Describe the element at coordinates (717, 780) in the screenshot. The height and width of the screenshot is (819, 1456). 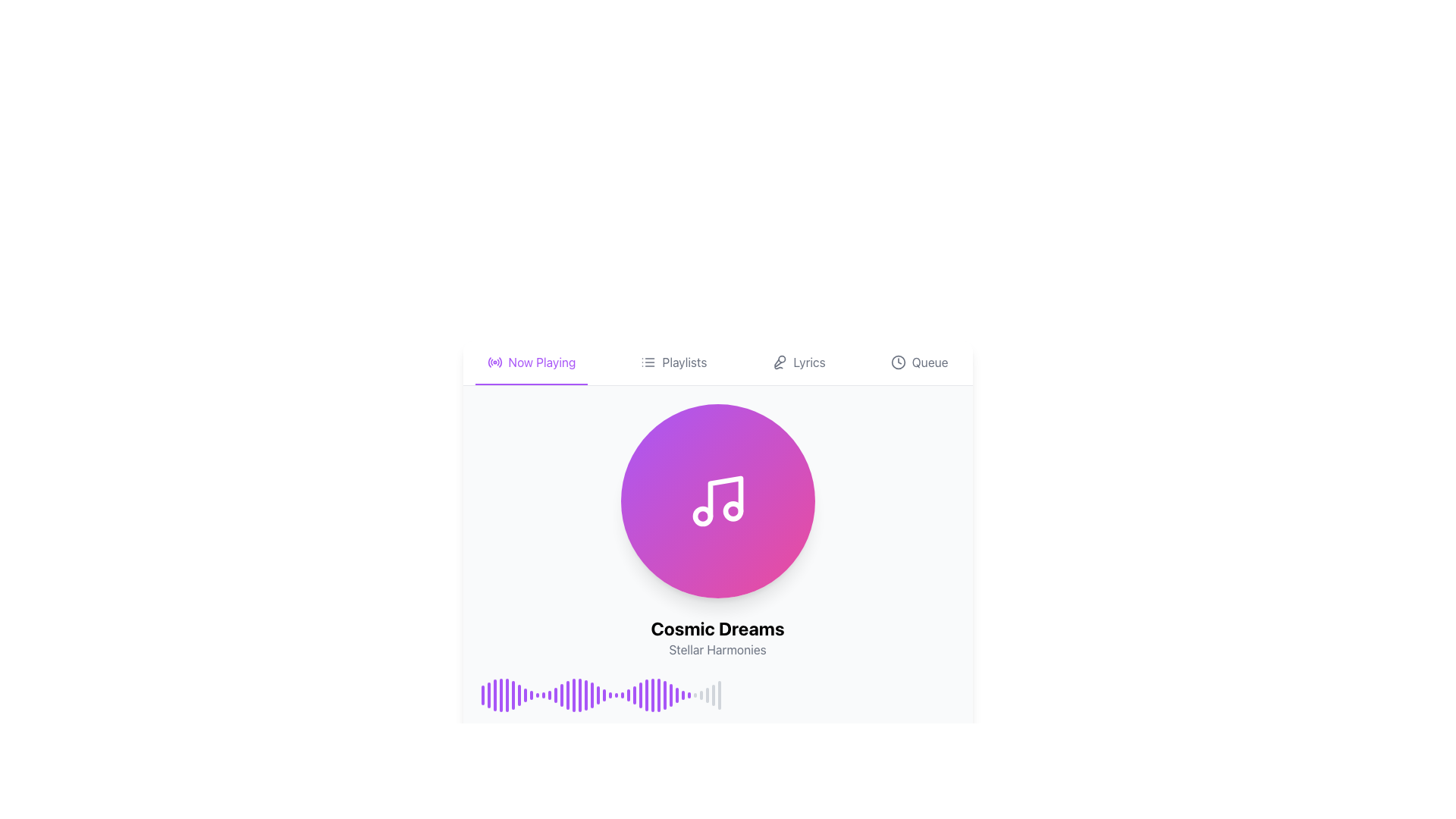
I see `the decorative bar located at the bottom of the interface, aligned centrally beneath the main content area` at that location.